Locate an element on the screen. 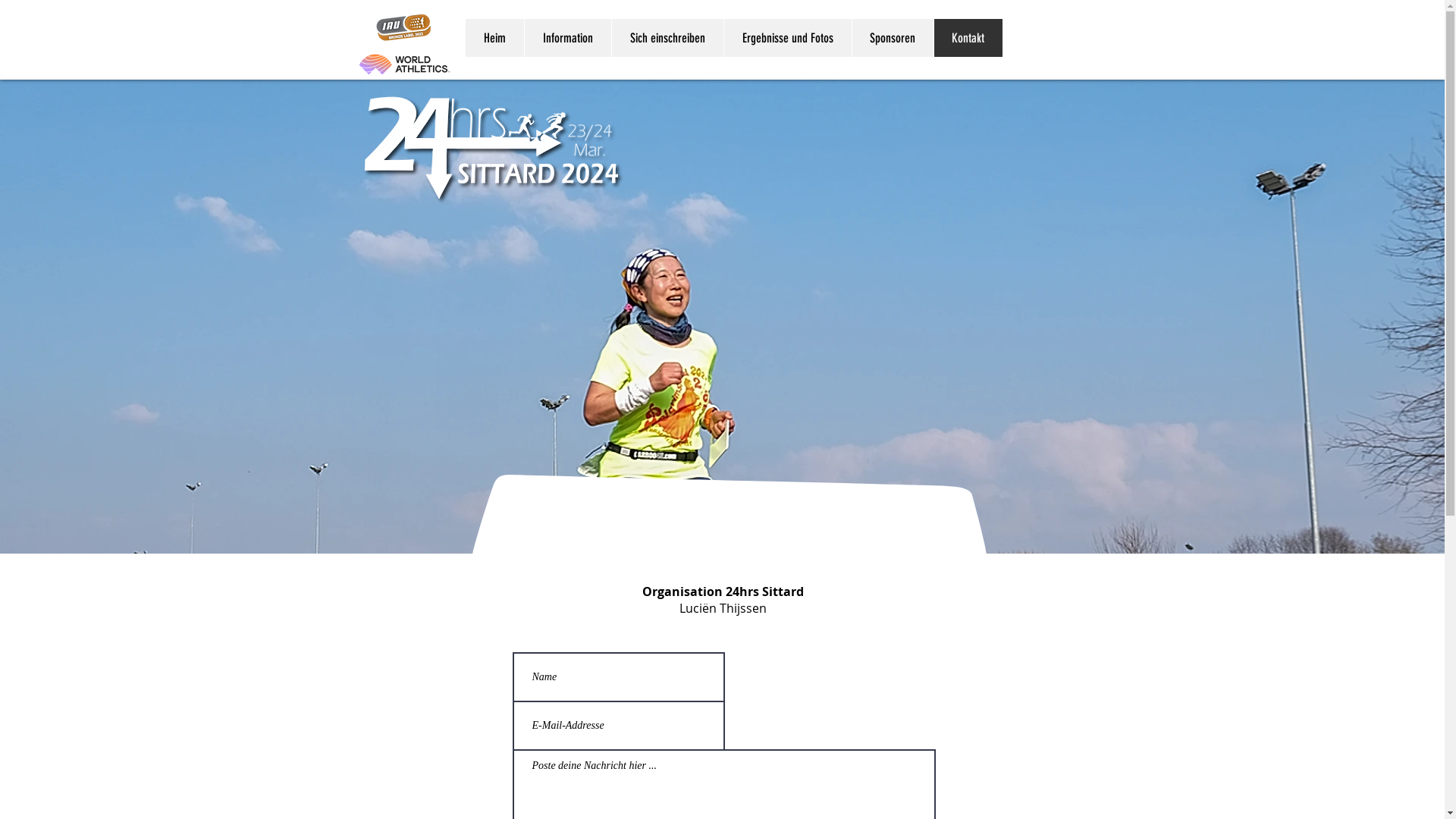 The image size is (1456, 819). 'Information' is located at coordinates (523, 37).